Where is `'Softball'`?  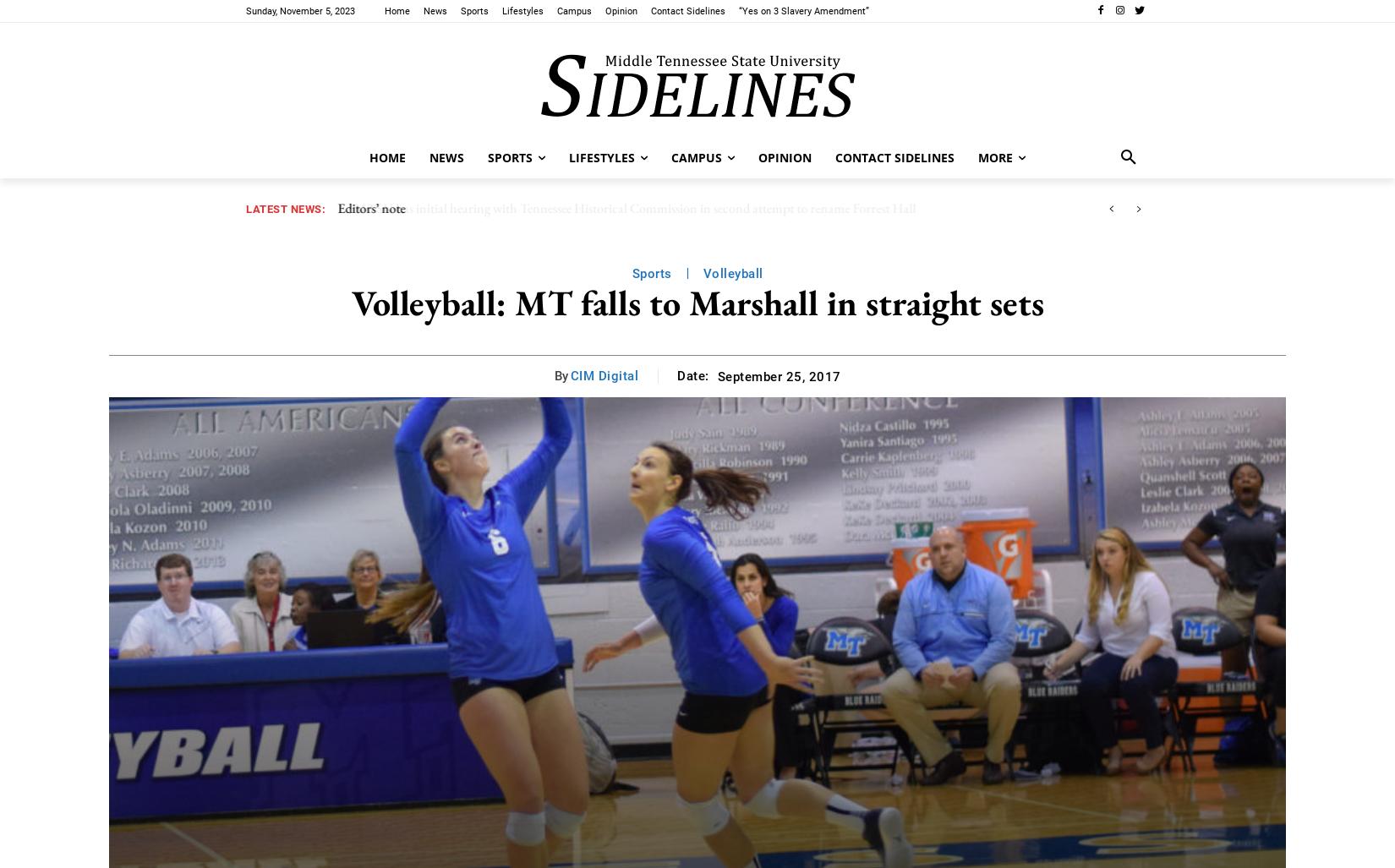 'Softball' is located at coordinates (486, 174).